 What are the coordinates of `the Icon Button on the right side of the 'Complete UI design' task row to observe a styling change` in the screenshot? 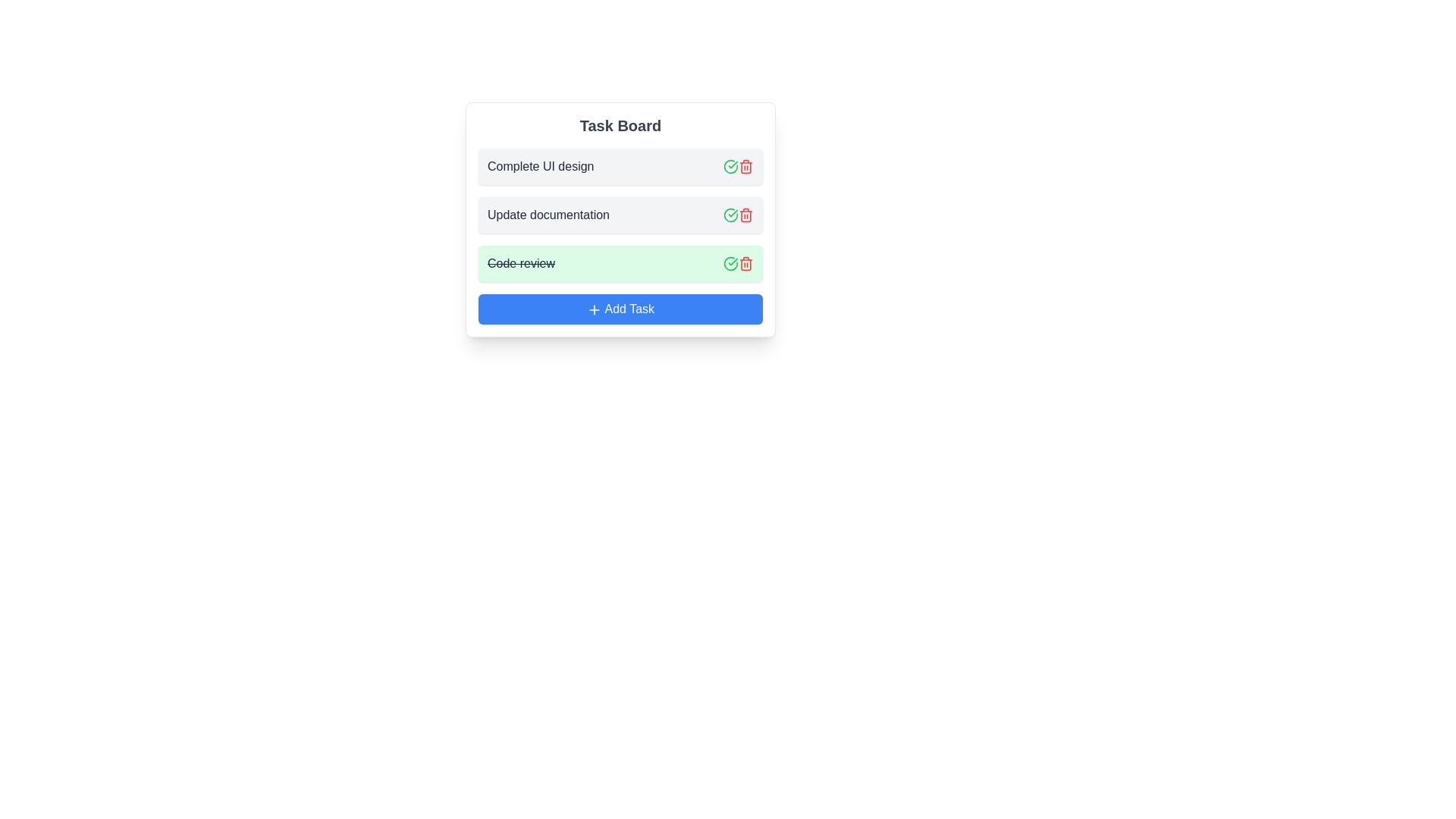 It's located at (731, 166).